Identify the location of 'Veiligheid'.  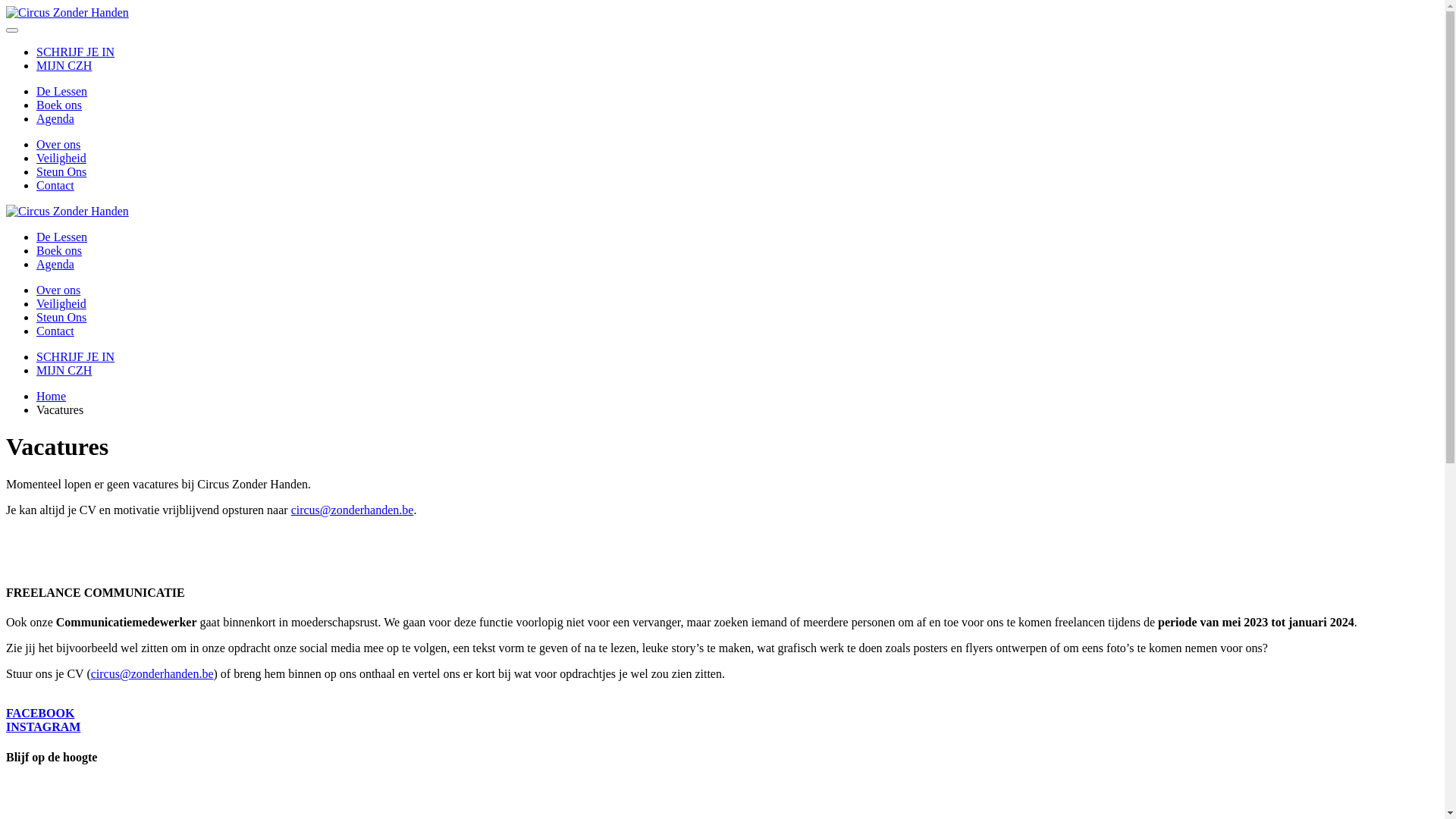
(36, 158).